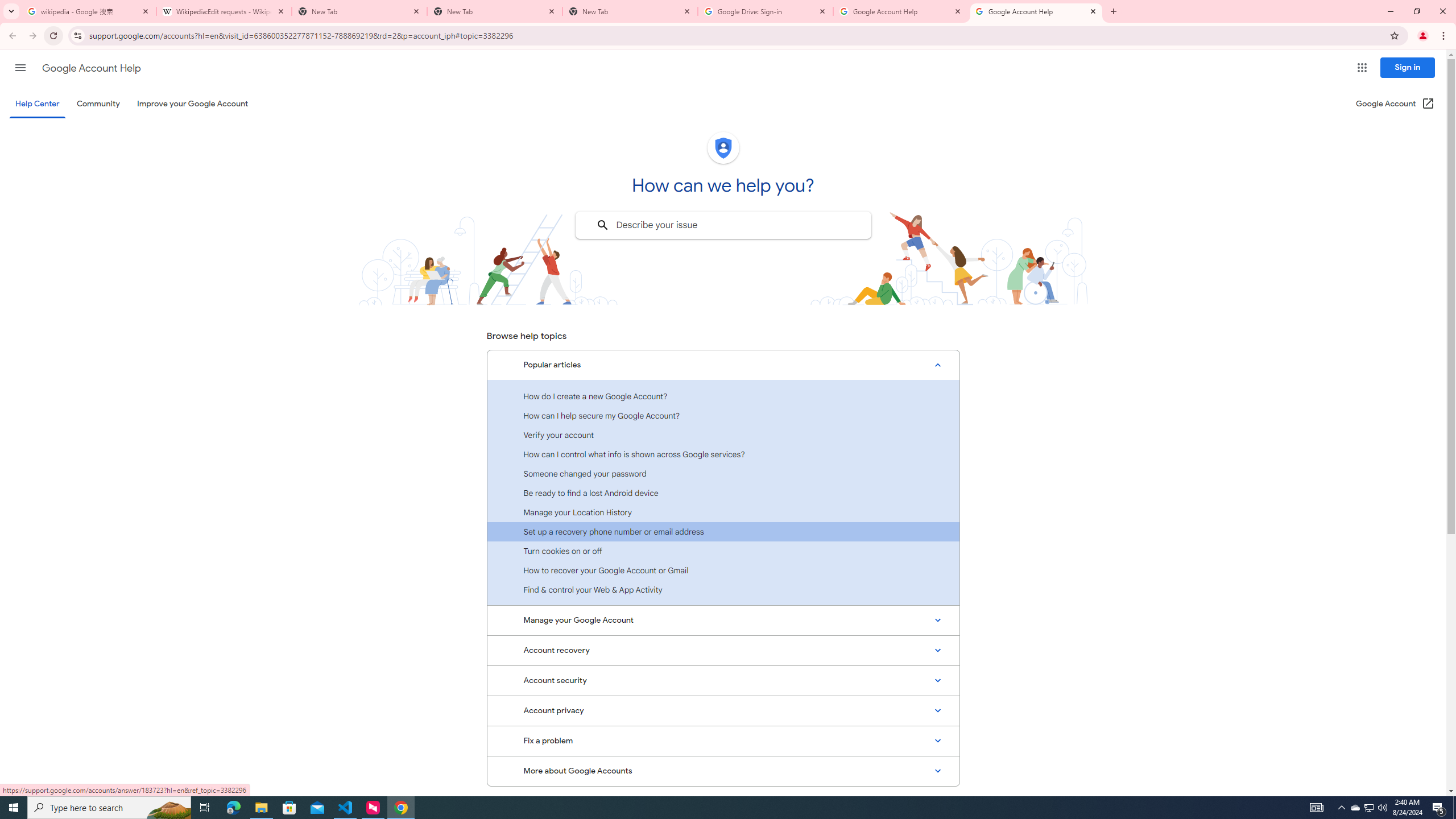 The width and height of the screenshot is (1456, 819). Describe the element at coordinates (723, 551) in the screenshot. I see `'Turn cookies on or off'` at that location.